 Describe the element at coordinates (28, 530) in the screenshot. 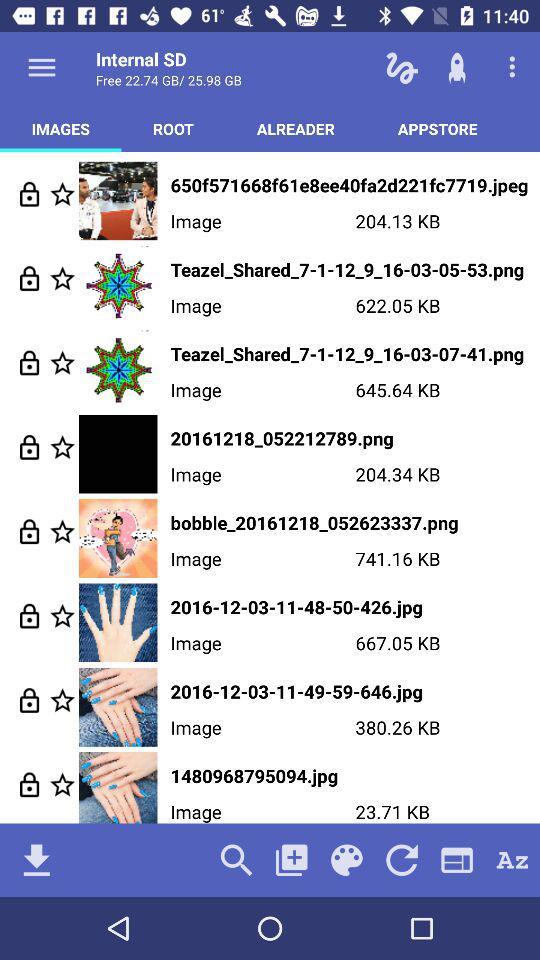

I see `lock an image` at that location.